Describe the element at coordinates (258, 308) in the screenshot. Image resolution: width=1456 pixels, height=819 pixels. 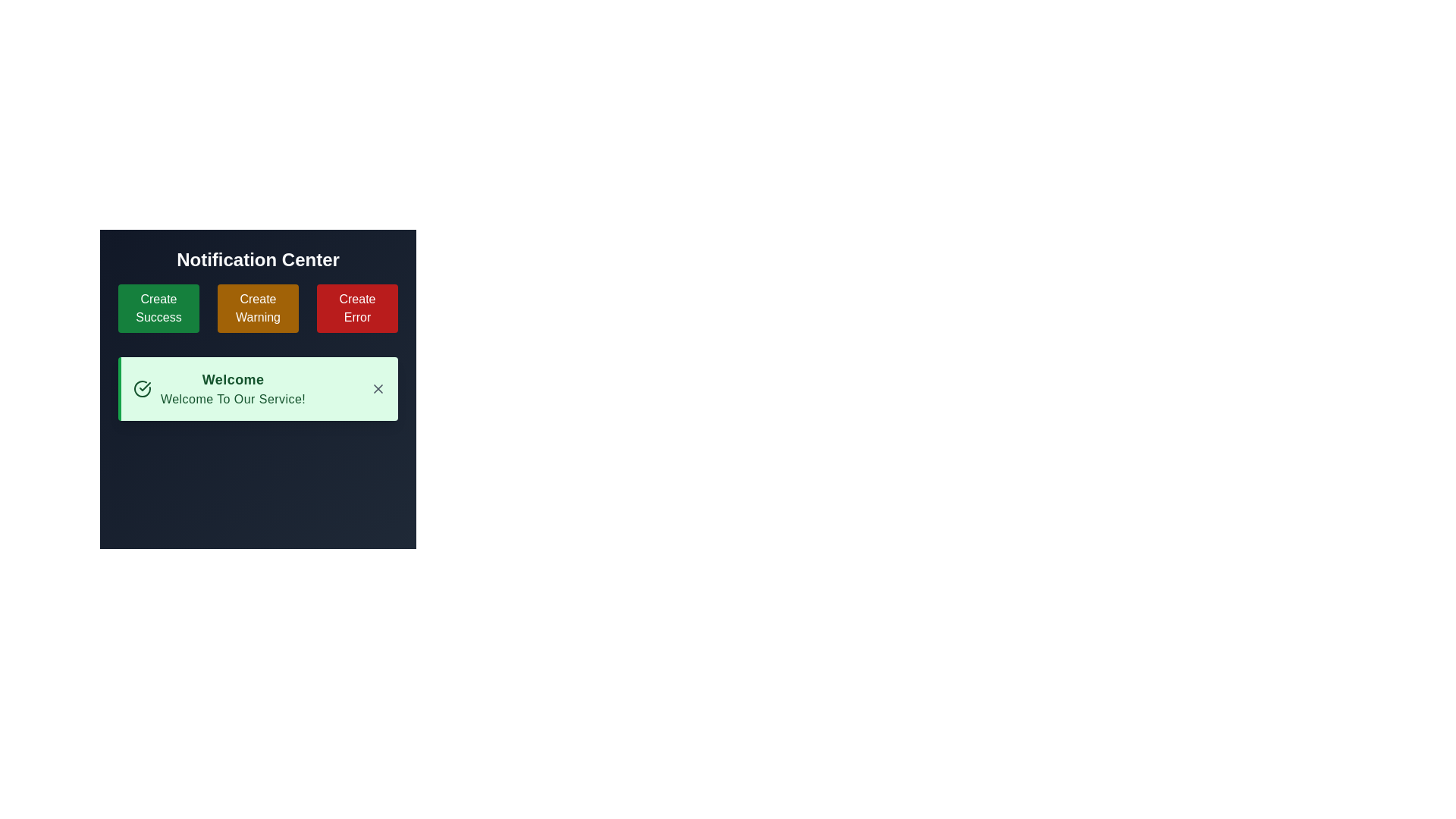
I see `the middle button in the horizontal grid layout, which is associated with triggering a warning notification` at that location.